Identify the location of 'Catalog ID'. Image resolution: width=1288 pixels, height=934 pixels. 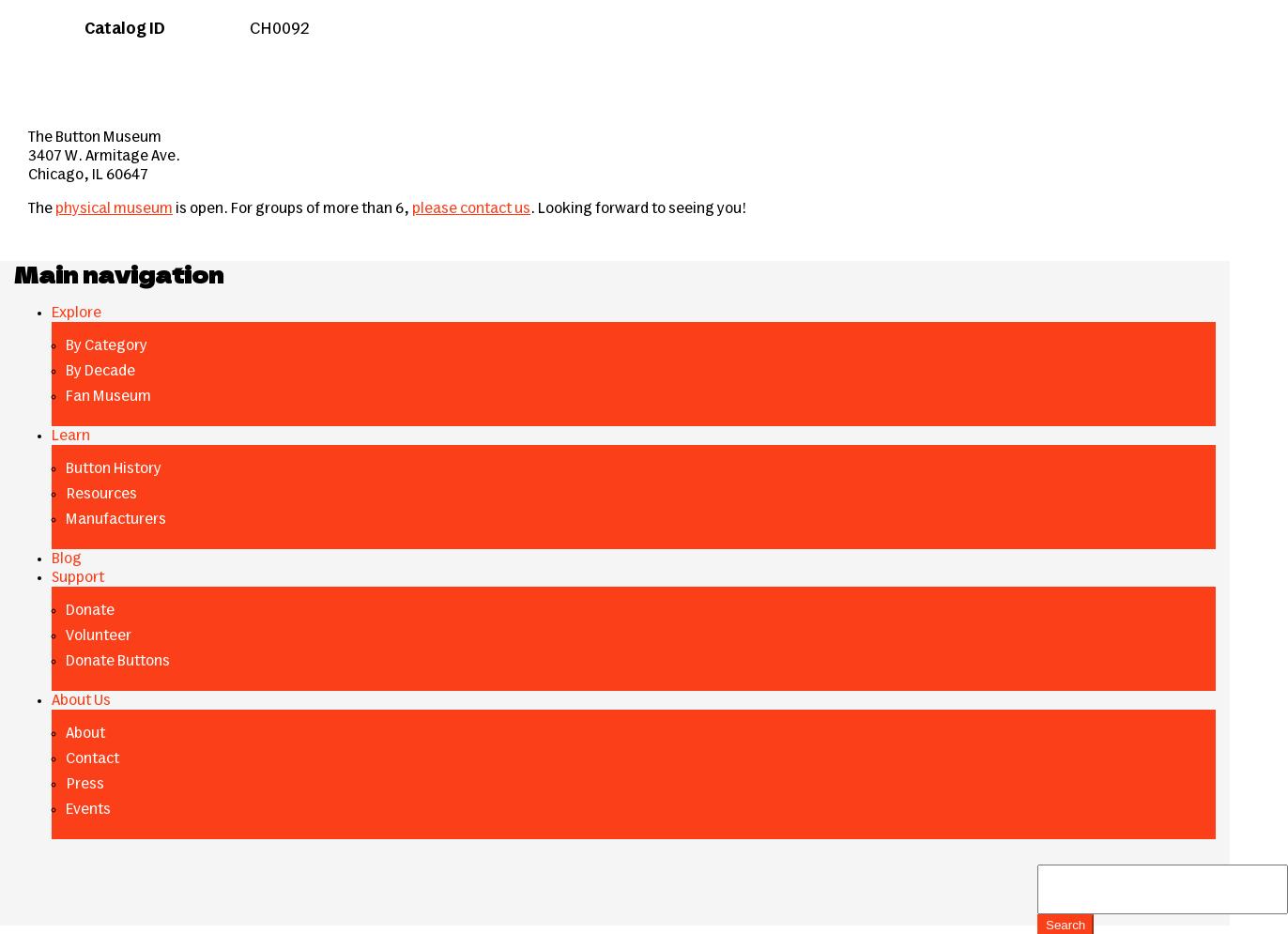
(124, 29).